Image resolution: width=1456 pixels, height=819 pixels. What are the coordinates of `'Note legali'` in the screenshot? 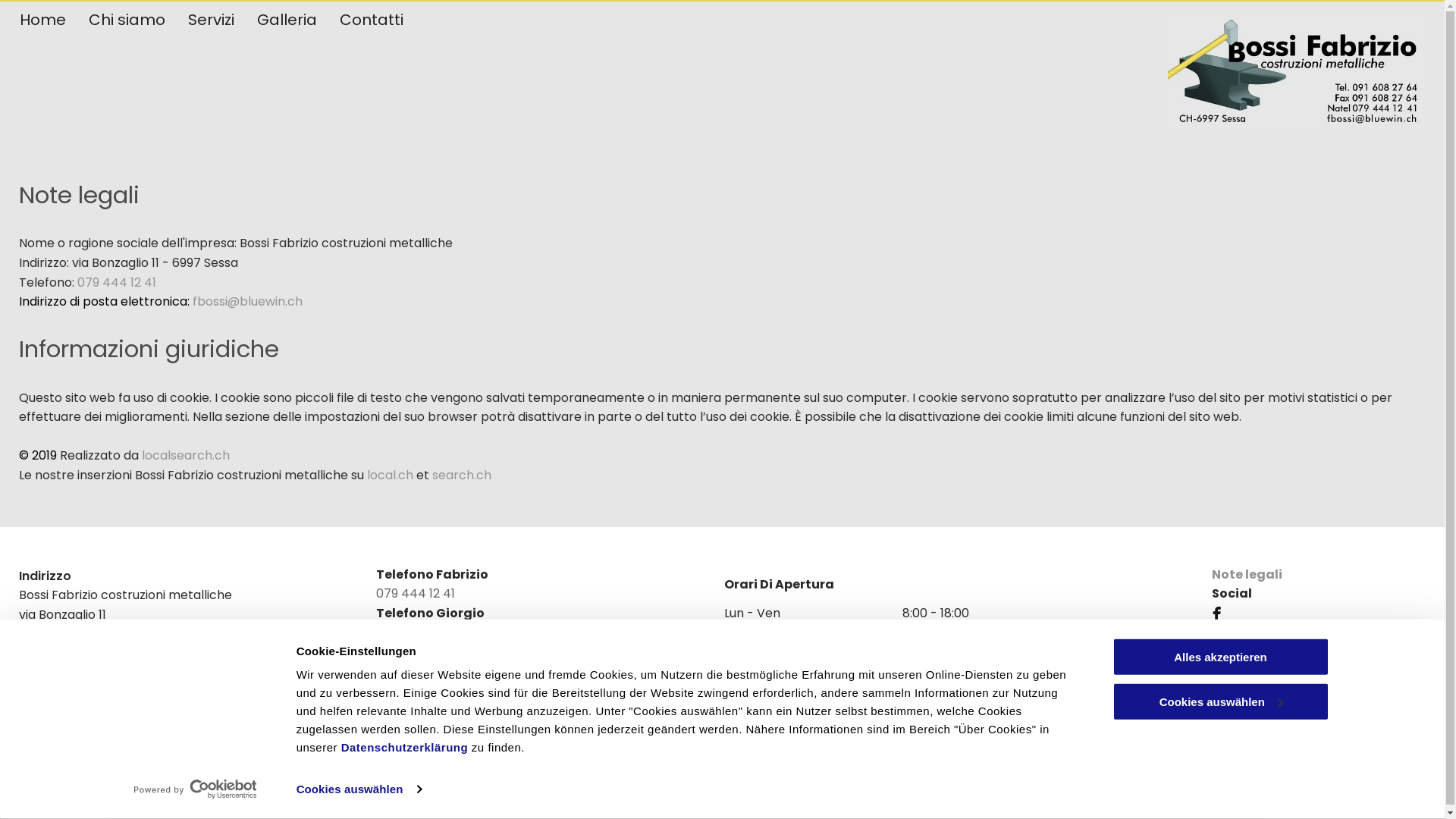 It's located at (1247, 574).